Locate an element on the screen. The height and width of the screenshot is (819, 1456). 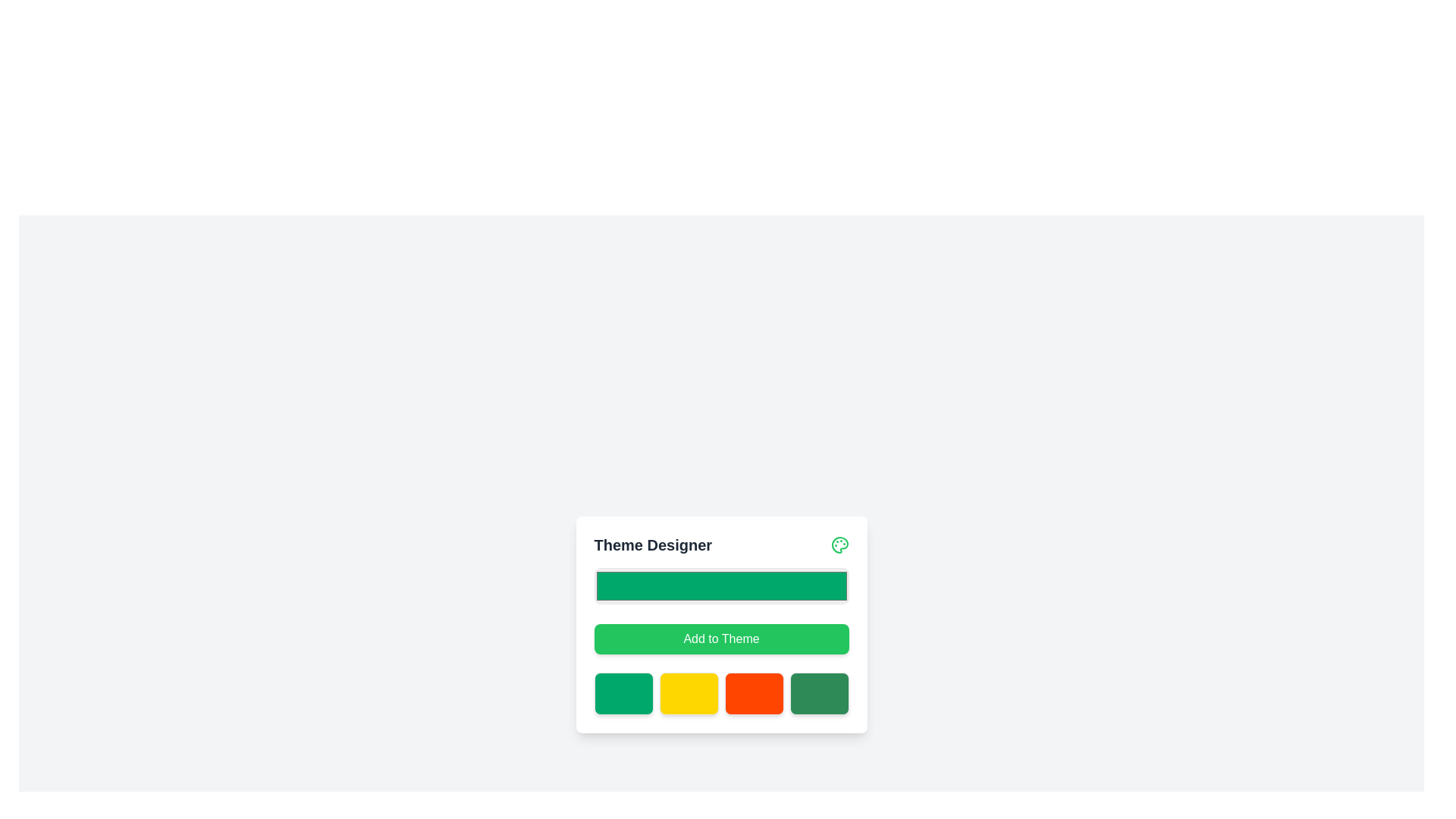
the vibrant red color block with rounded corners located in the third position of the grid layout is located at coordinates (754, 693).